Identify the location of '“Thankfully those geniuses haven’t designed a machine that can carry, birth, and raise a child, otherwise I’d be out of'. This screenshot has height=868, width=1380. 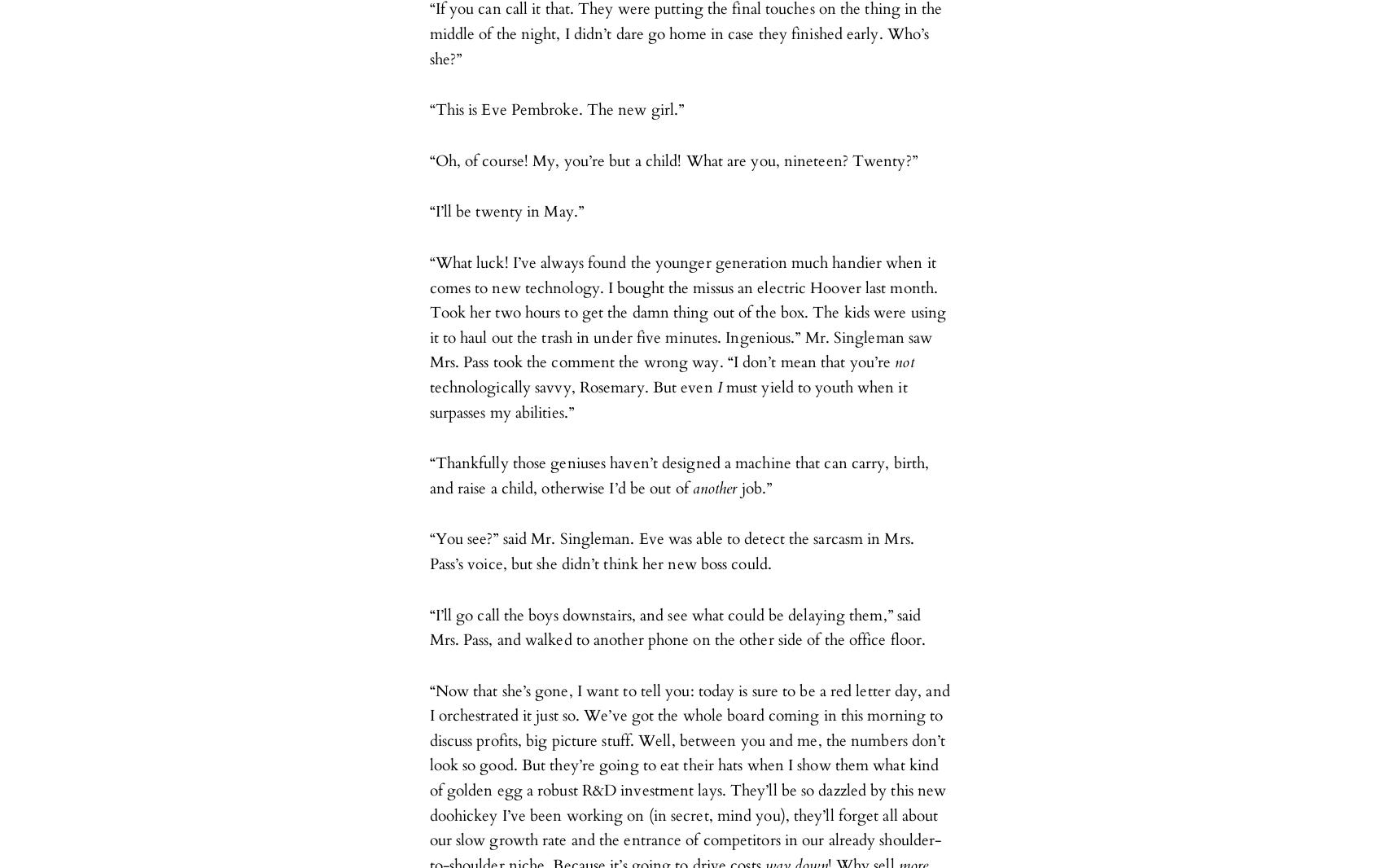
(678, 475).